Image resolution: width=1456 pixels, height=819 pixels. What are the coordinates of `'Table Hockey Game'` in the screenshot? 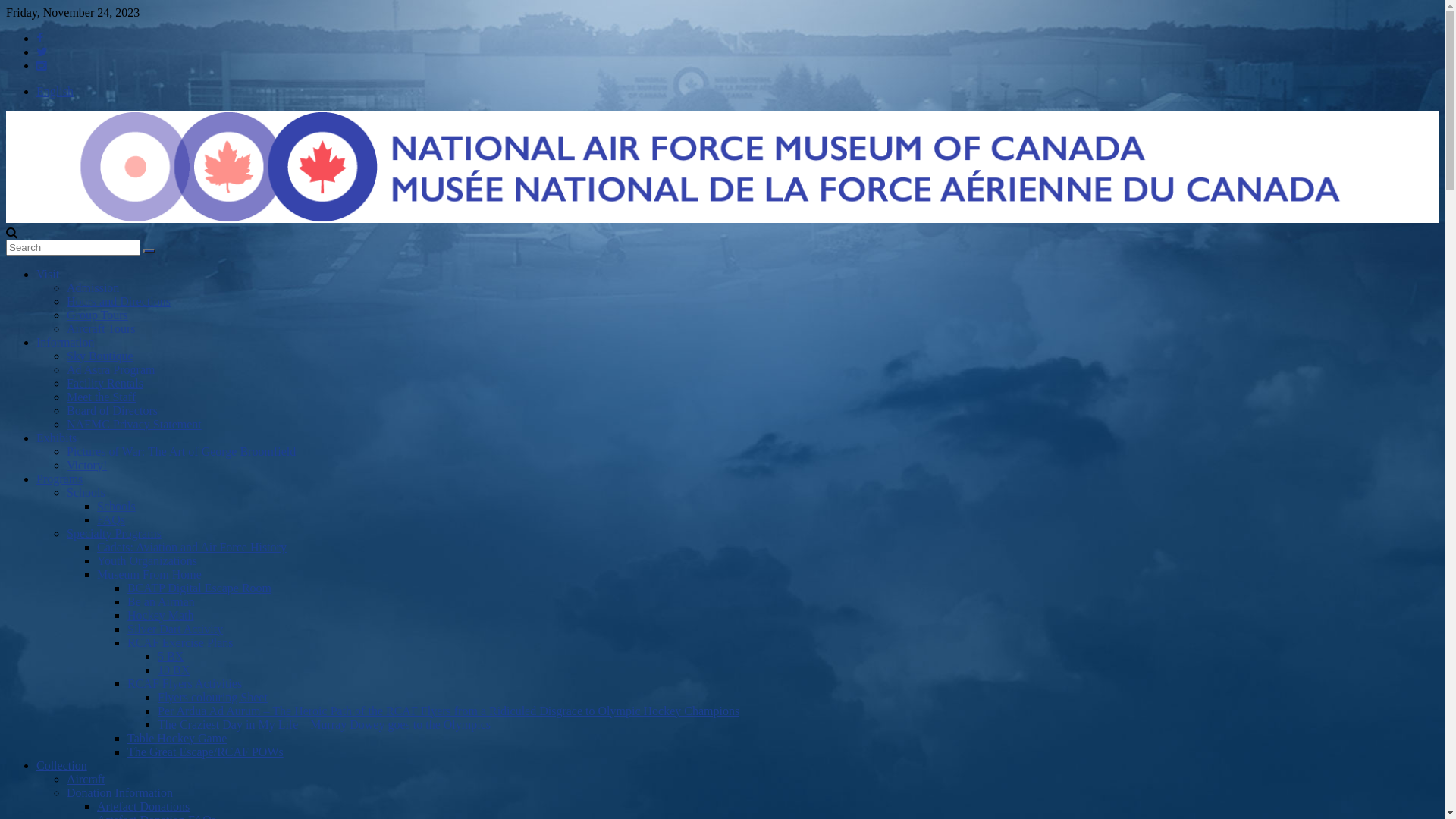 It's located at (177, 737).